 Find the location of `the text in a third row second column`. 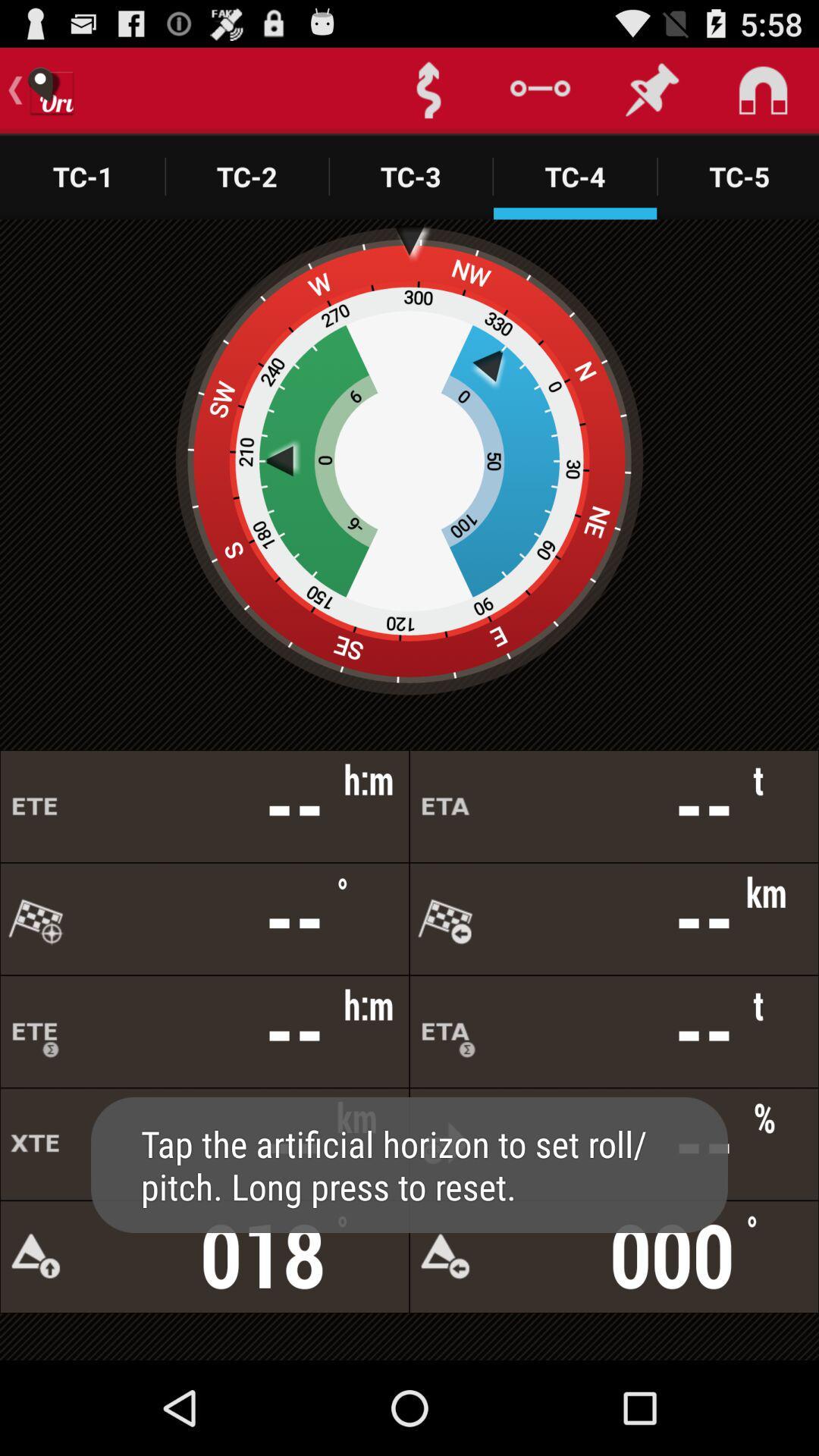

the text in a third row second column is located at coordinates (614, 1031).